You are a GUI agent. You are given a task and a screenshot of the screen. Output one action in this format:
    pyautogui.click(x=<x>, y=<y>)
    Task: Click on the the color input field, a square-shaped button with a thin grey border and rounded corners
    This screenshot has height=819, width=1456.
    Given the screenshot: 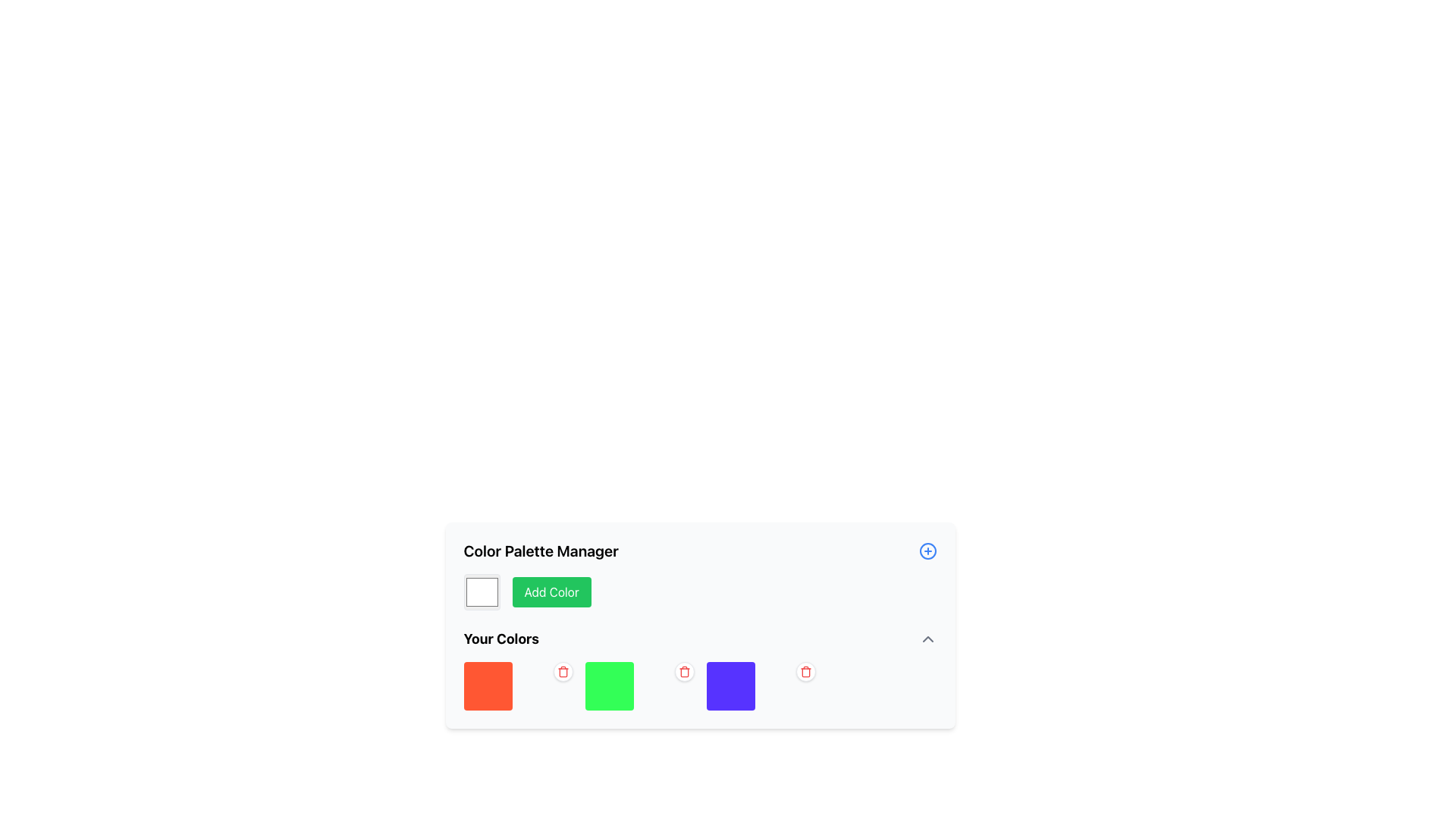 What is the action you would take?
    pyautogui.click(x=481, y=591)
    